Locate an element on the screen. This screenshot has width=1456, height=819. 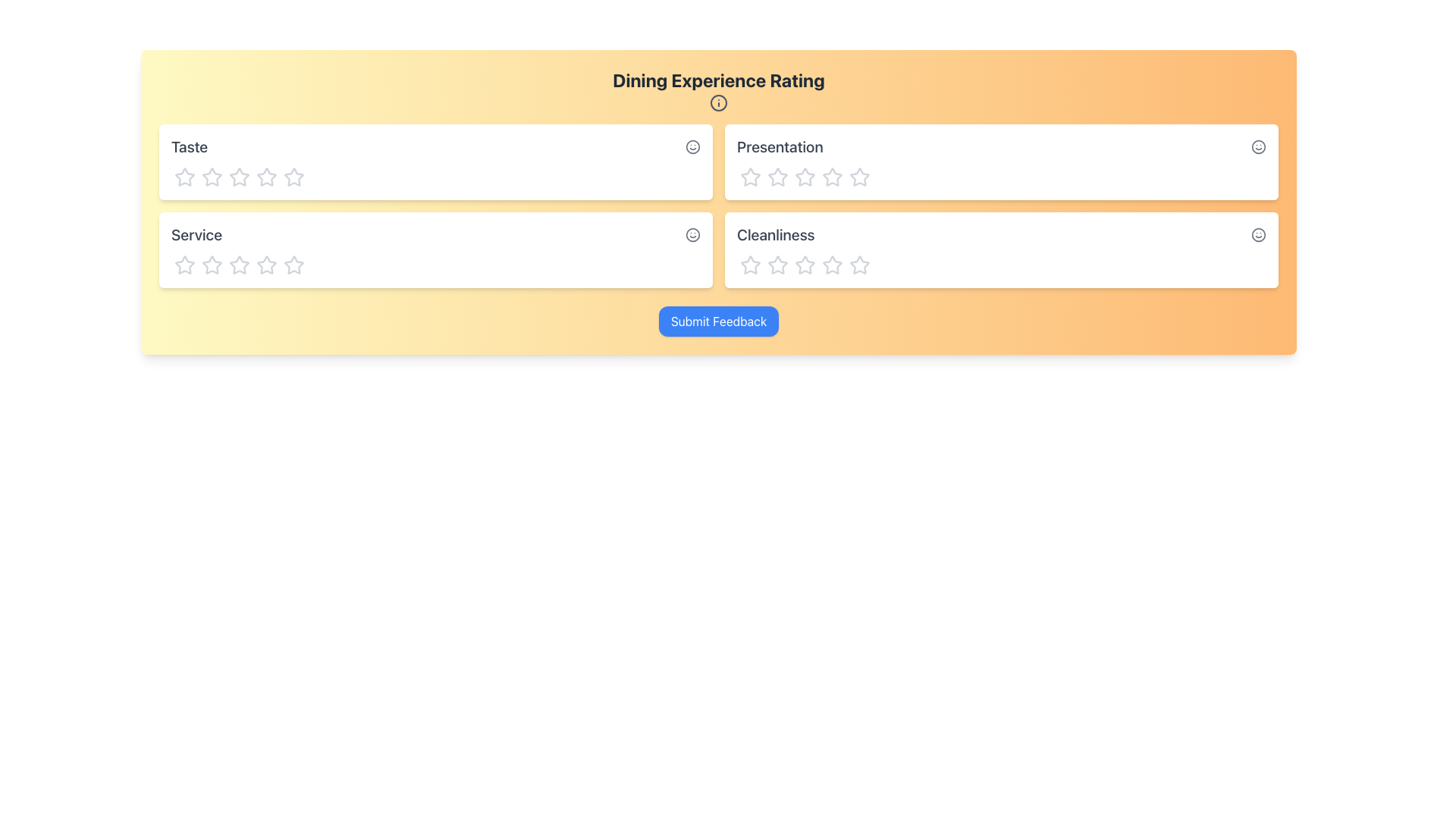
the second star-shaped icon in the 'Cleanliness' rating section, which has a hollow outline and is part of a group of five horizontally aligned stars is located at coordinates (804, 264).